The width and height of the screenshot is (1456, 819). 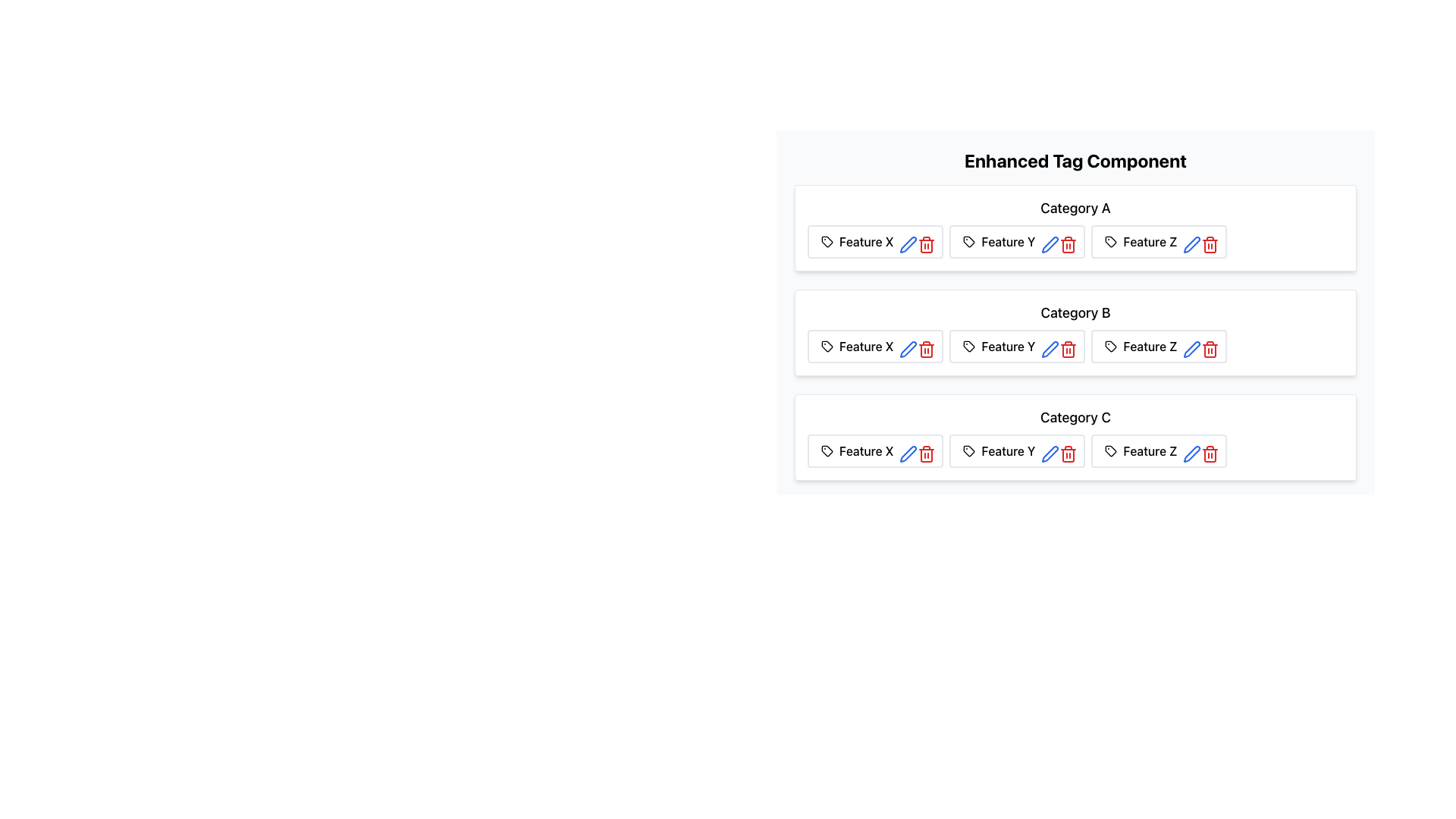 What do you see at coordinates (1050, 350) in the screenshot?
I see `the blue outlined pen icon in the 'Enhanced Tag Component' section` at bounding box center [1050, 350].